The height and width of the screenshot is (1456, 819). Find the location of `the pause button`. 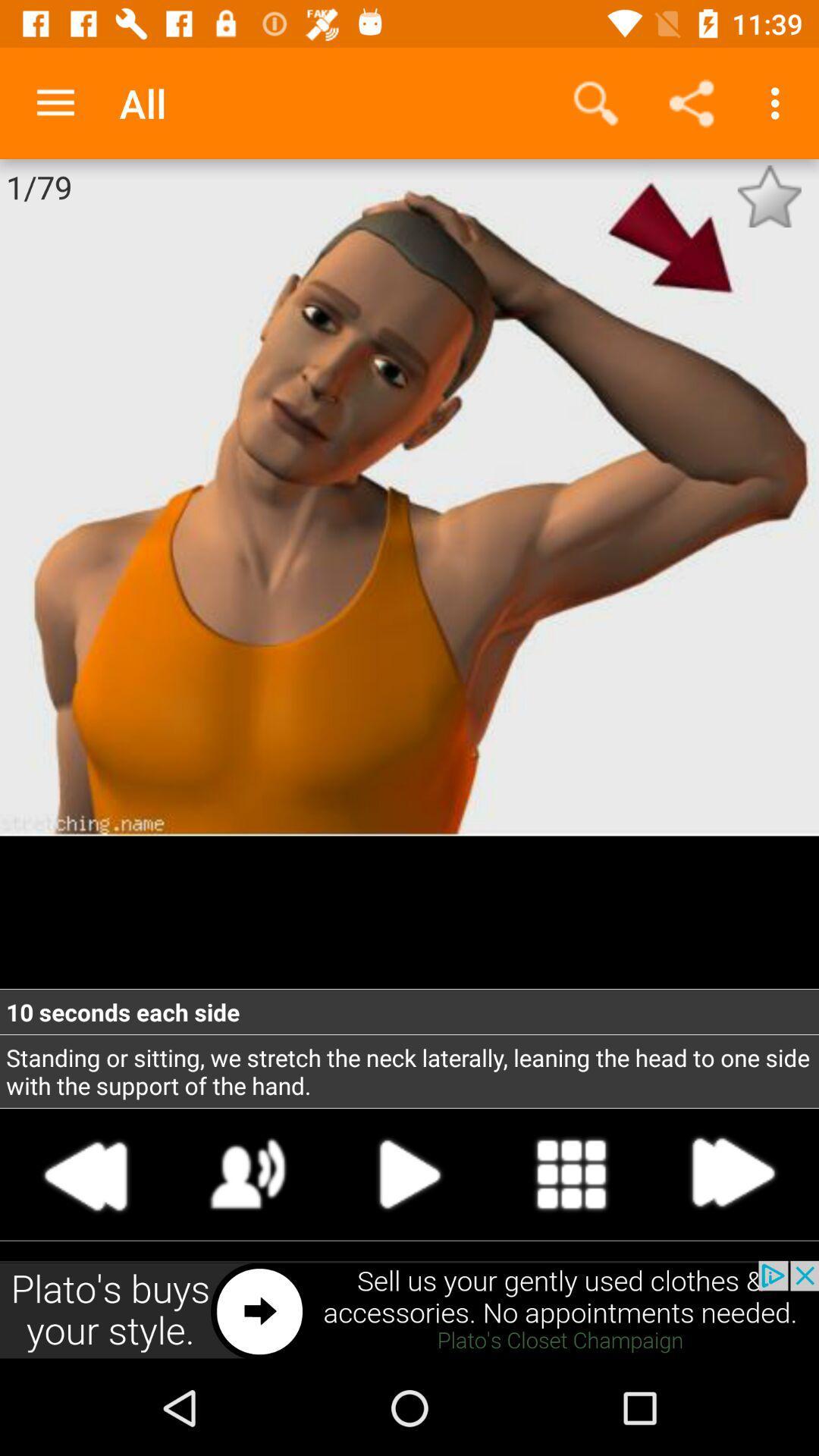

the pause button is located at coordinates (409, 1174).